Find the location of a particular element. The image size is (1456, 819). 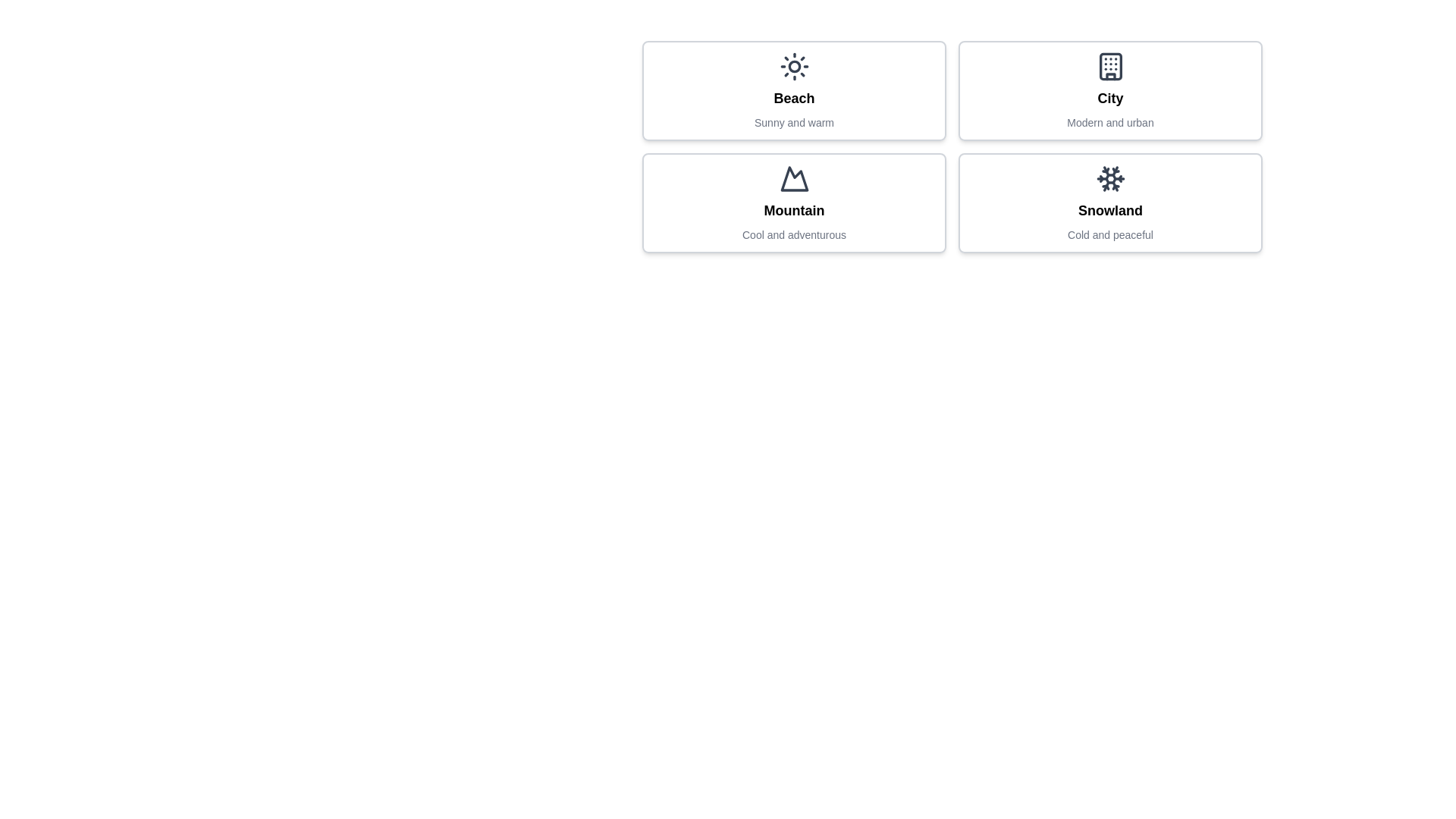

the text label containing 'Modern and urban', which is styled in a small-sized gray font and located below the title 'City' in the top-right rectangular card is located at coordinates (1110, 122).